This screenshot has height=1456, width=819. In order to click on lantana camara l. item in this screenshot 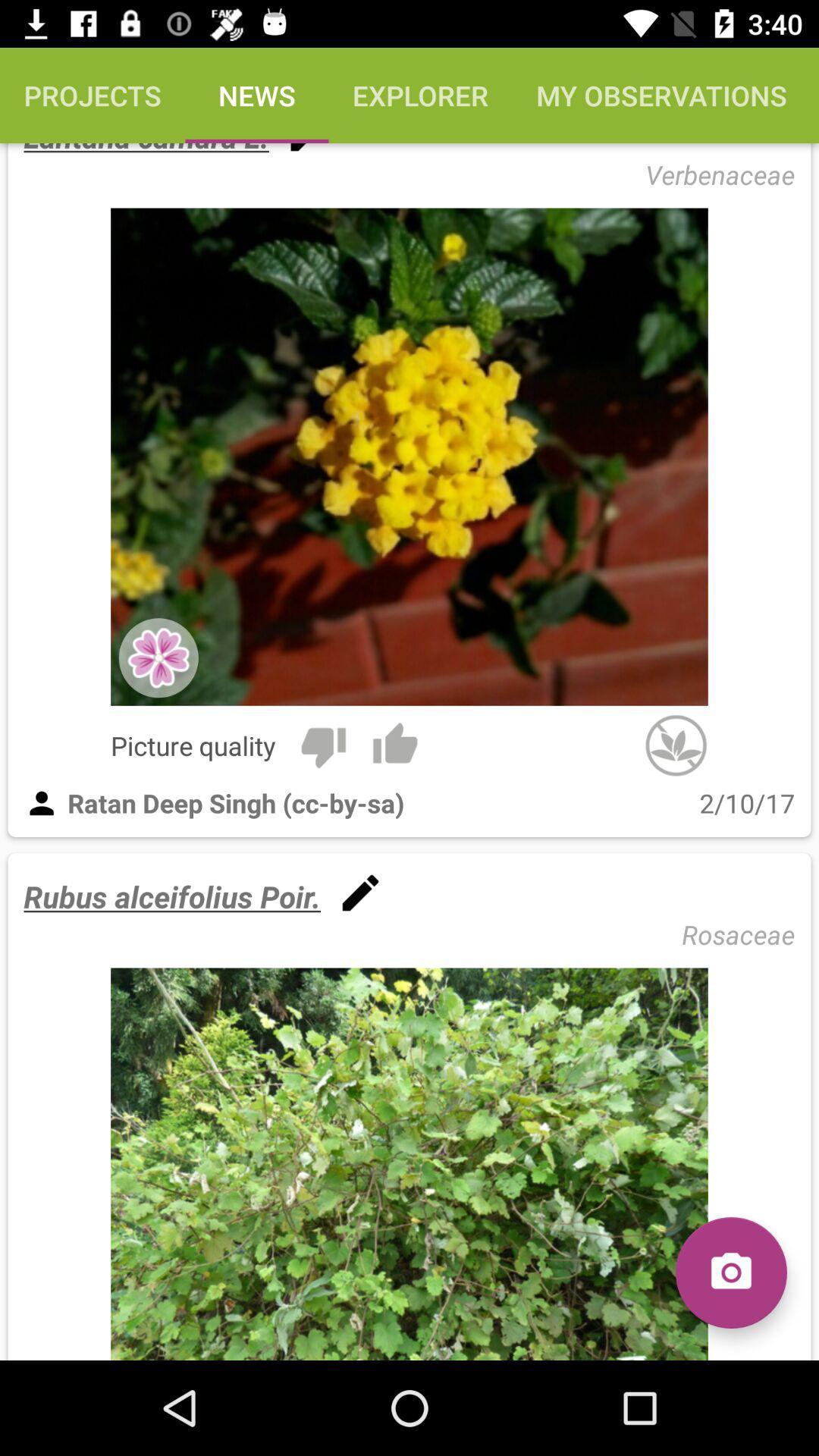, I will do `click(146, 149)`.